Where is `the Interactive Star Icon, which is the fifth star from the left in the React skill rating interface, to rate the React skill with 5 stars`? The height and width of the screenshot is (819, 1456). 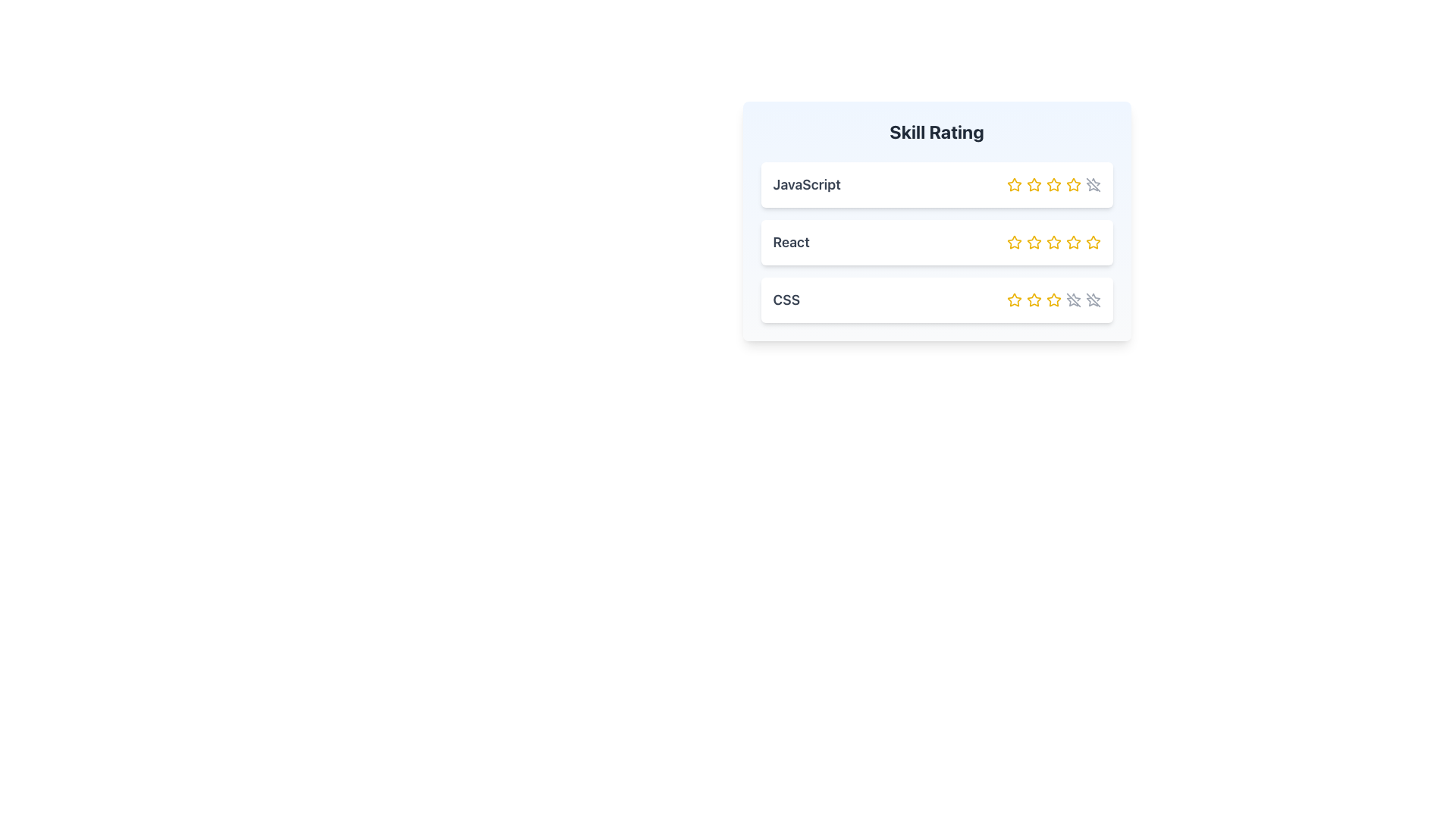 the Interactive Star Icon, which is the fifth star from the left in the React skill rating interface, to rate the React skill with 5 stars is located at coordinates (1093, 242).